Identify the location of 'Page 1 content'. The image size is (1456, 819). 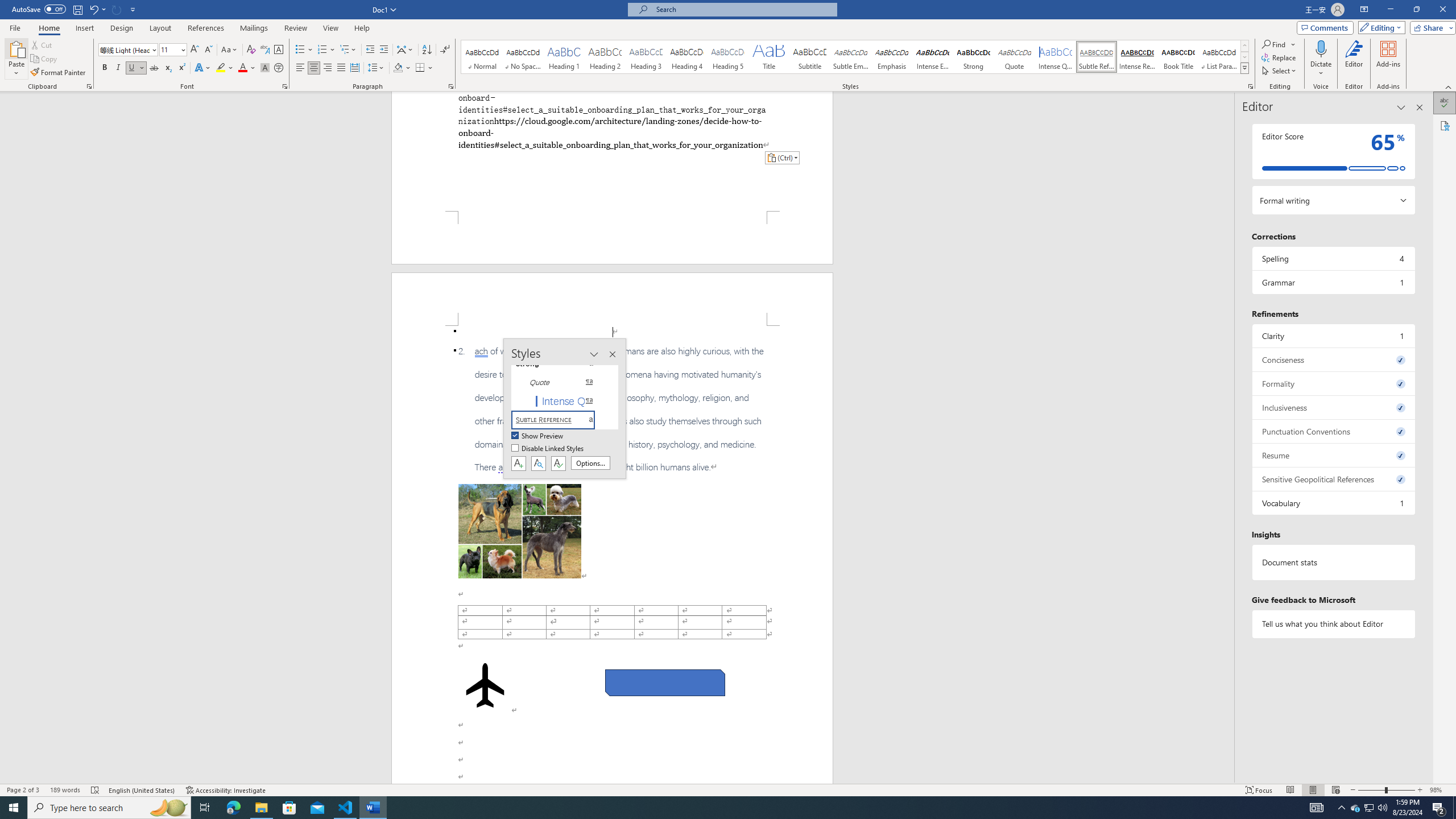
(612, 151).